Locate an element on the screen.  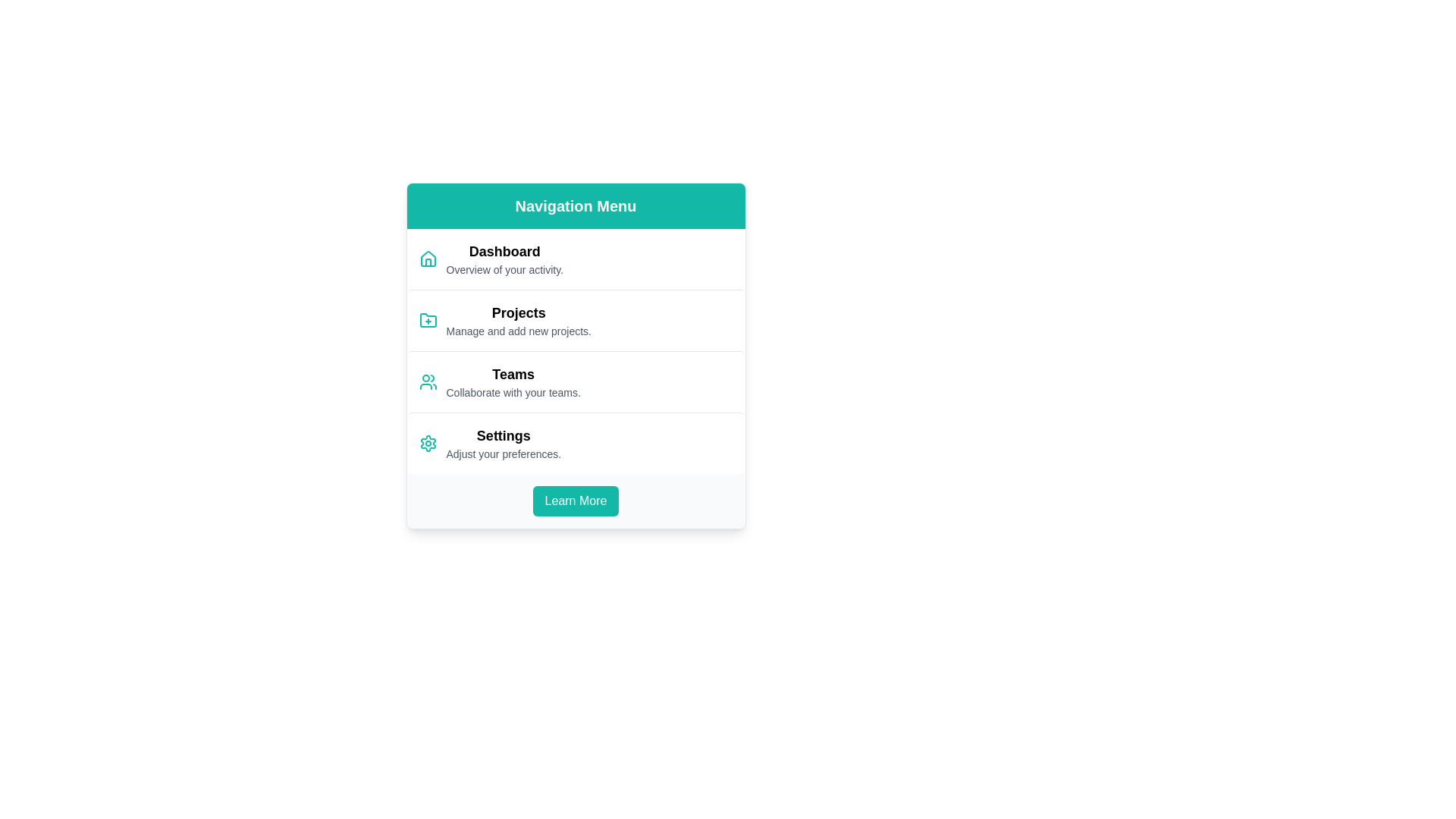
the bottom portion of the house icon is located at coordinates (427, 258).